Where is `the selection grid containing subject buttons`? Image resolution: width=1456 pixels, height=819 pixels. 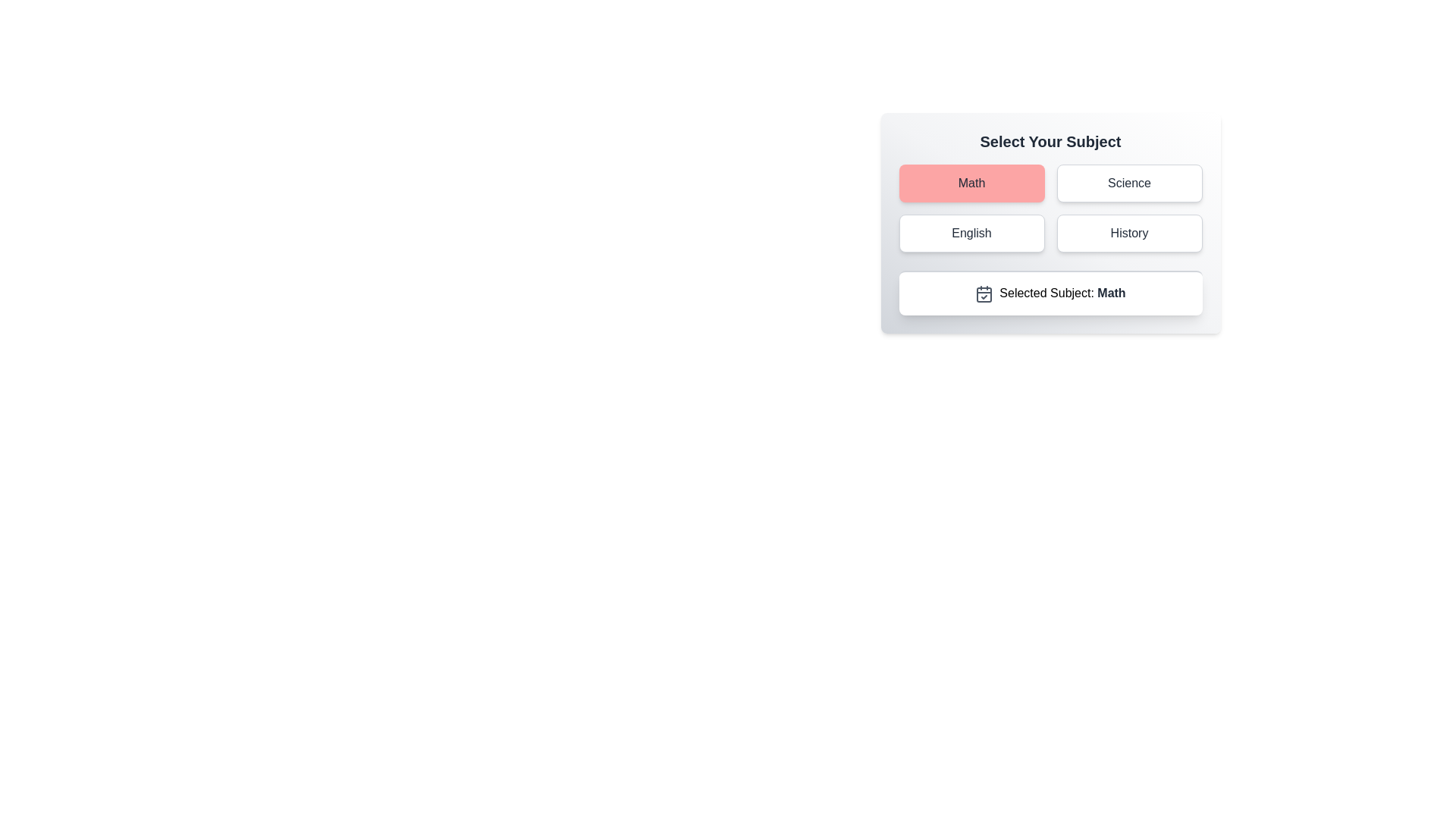
the selection grid containing subject buttons is located at coordinates (1050, 208).